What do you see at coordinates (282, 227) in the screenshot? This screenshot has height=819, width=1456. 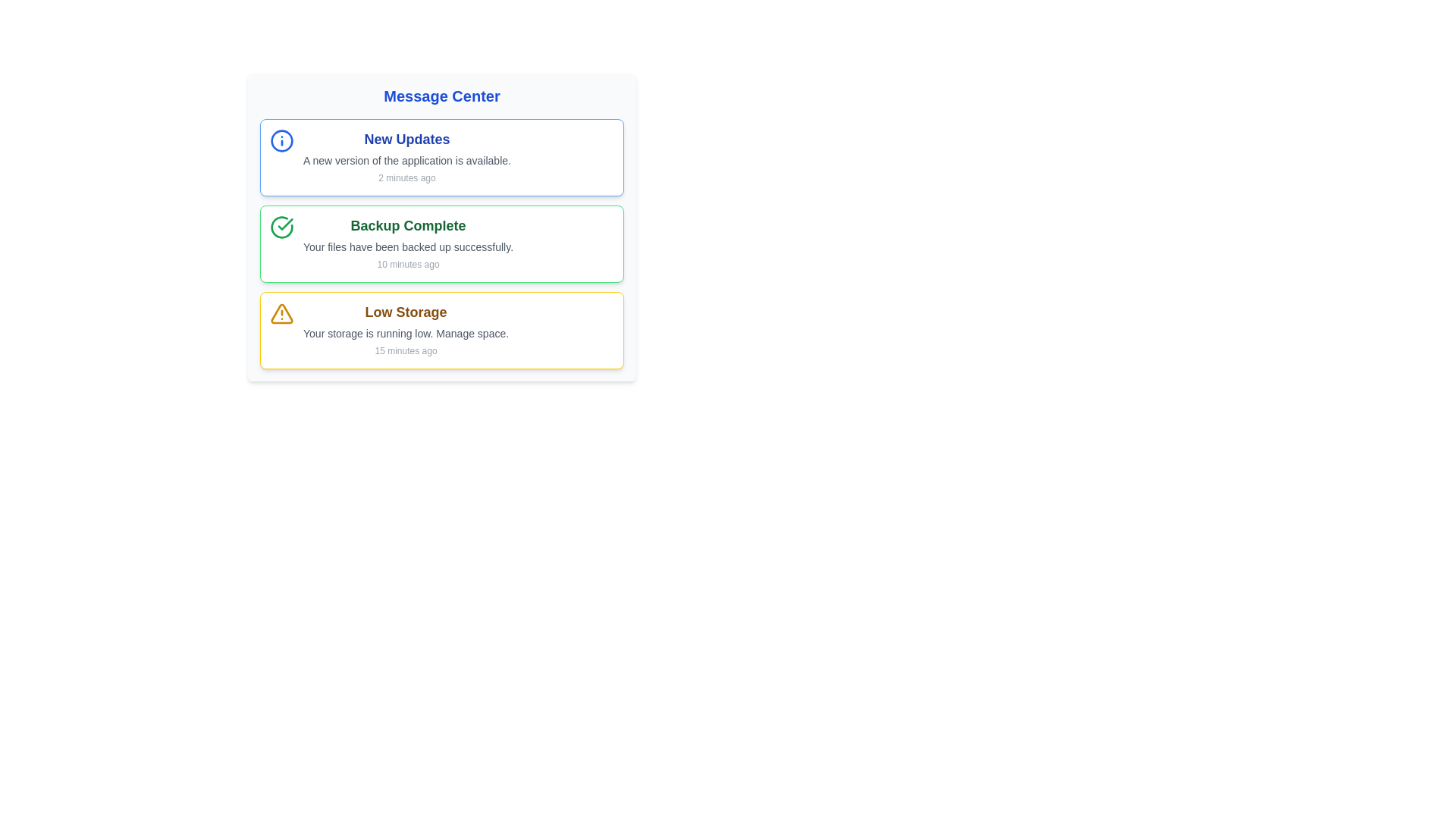 I see `the success icon indicating the completion of the backup process, located to the left of the 'Backup Complete' text in the message center interface` at bounding box center [282, 227].